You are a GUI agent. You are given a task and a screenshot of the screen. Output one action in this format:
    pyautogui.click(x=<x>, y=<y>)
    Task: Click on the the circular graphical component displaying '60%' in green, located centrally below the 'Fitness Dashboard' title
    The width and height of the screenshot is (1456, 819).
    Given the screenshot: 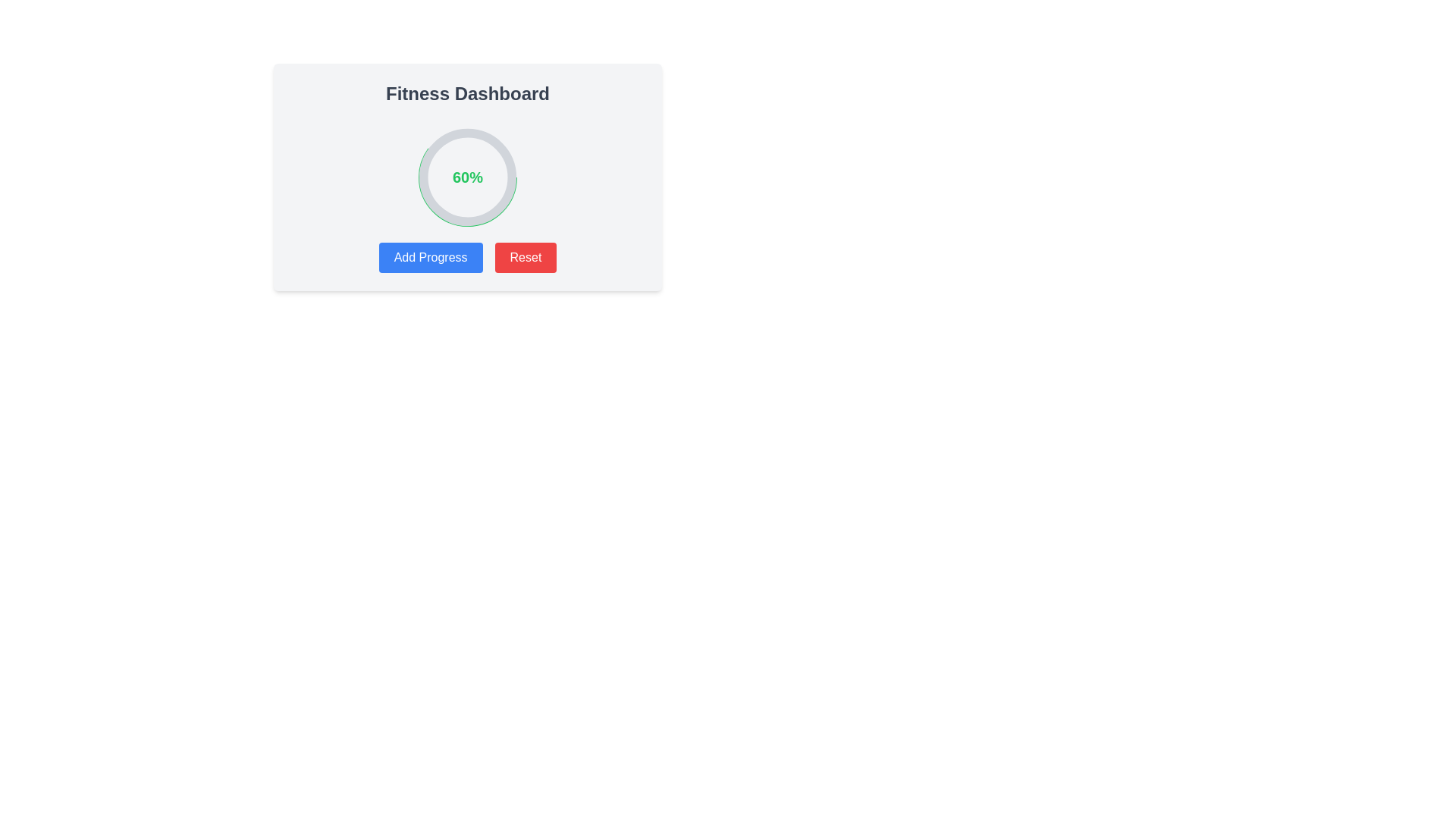 What is the action you would take?
    pyautogui.click(x=467, y=175)
    